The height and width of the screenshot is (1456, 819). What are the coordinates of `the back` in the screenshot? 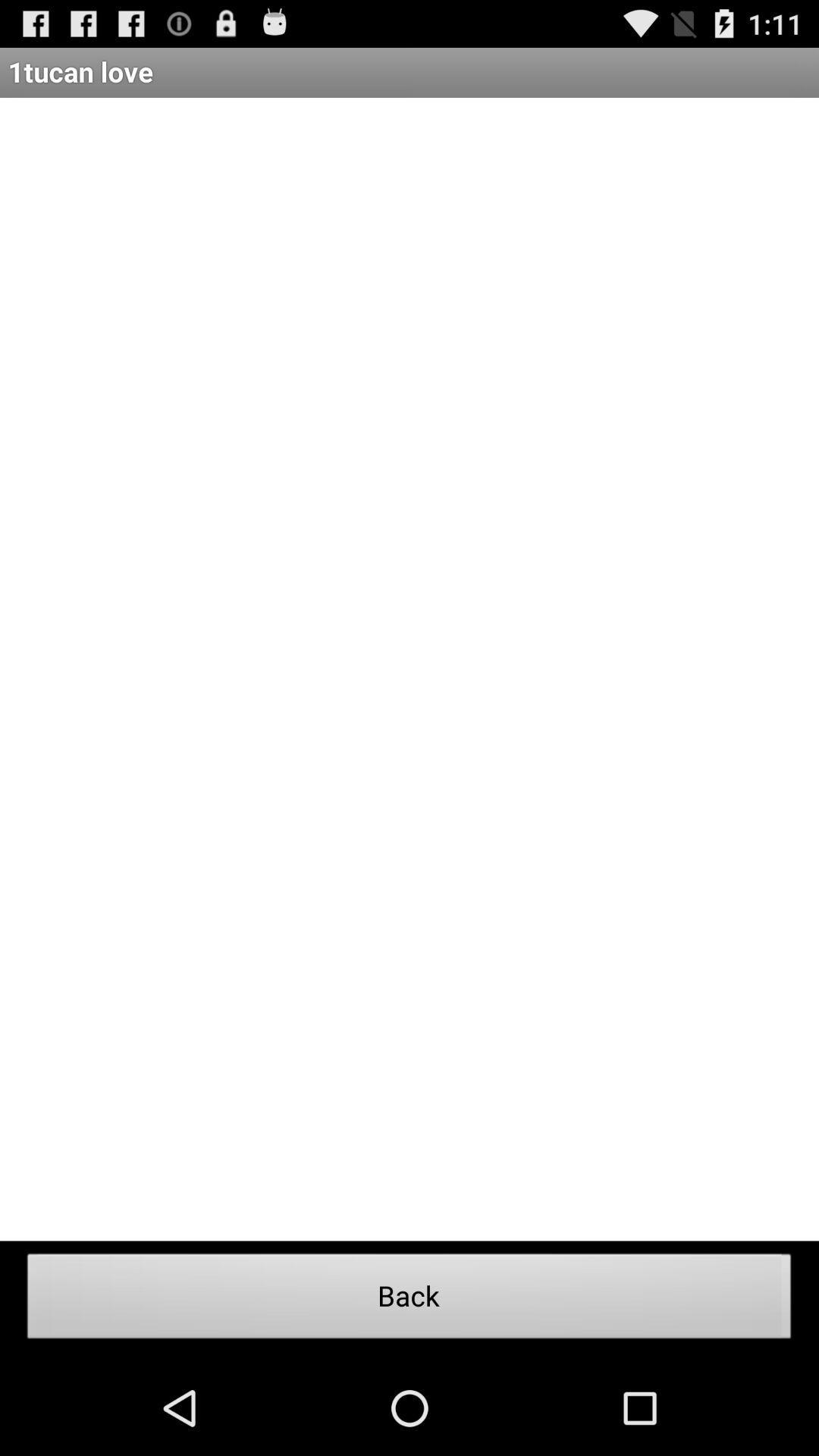 It's located at (409, 1300).